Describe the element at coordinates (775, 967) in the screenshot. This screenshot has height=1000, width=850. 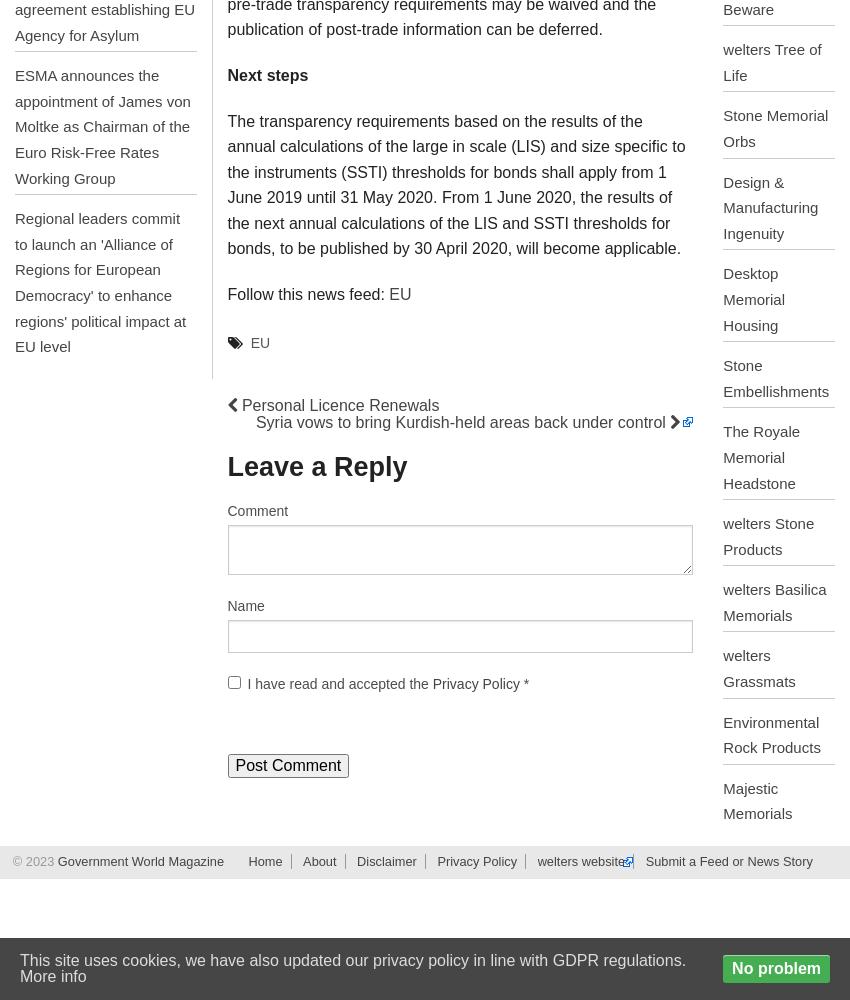
I see `'No problem'` at that location.